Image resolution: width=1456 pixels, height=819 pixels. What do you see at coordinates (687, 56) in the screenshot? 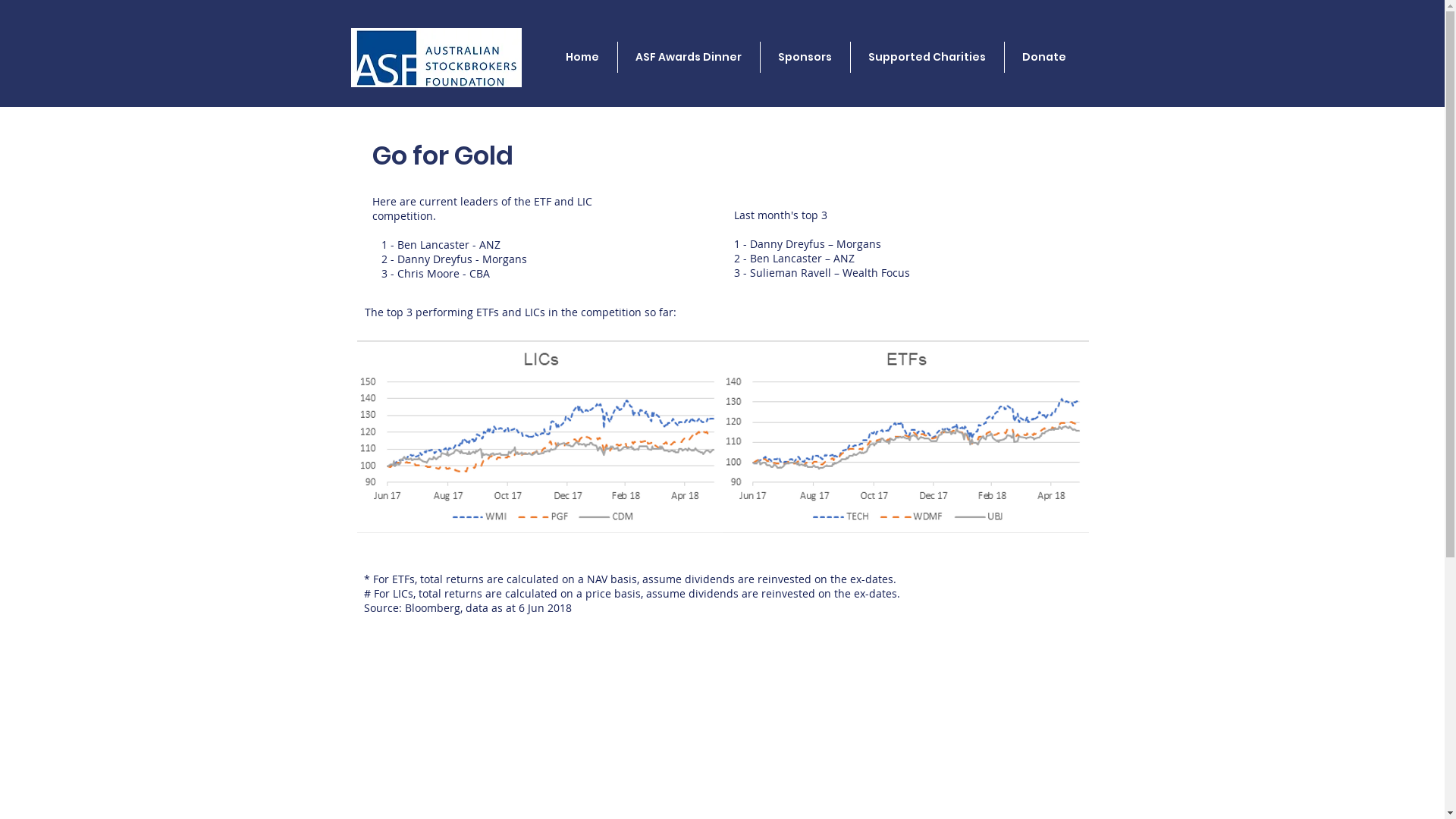
I see `'ASF Awards Dinner'` at bounding box center [687, 56].